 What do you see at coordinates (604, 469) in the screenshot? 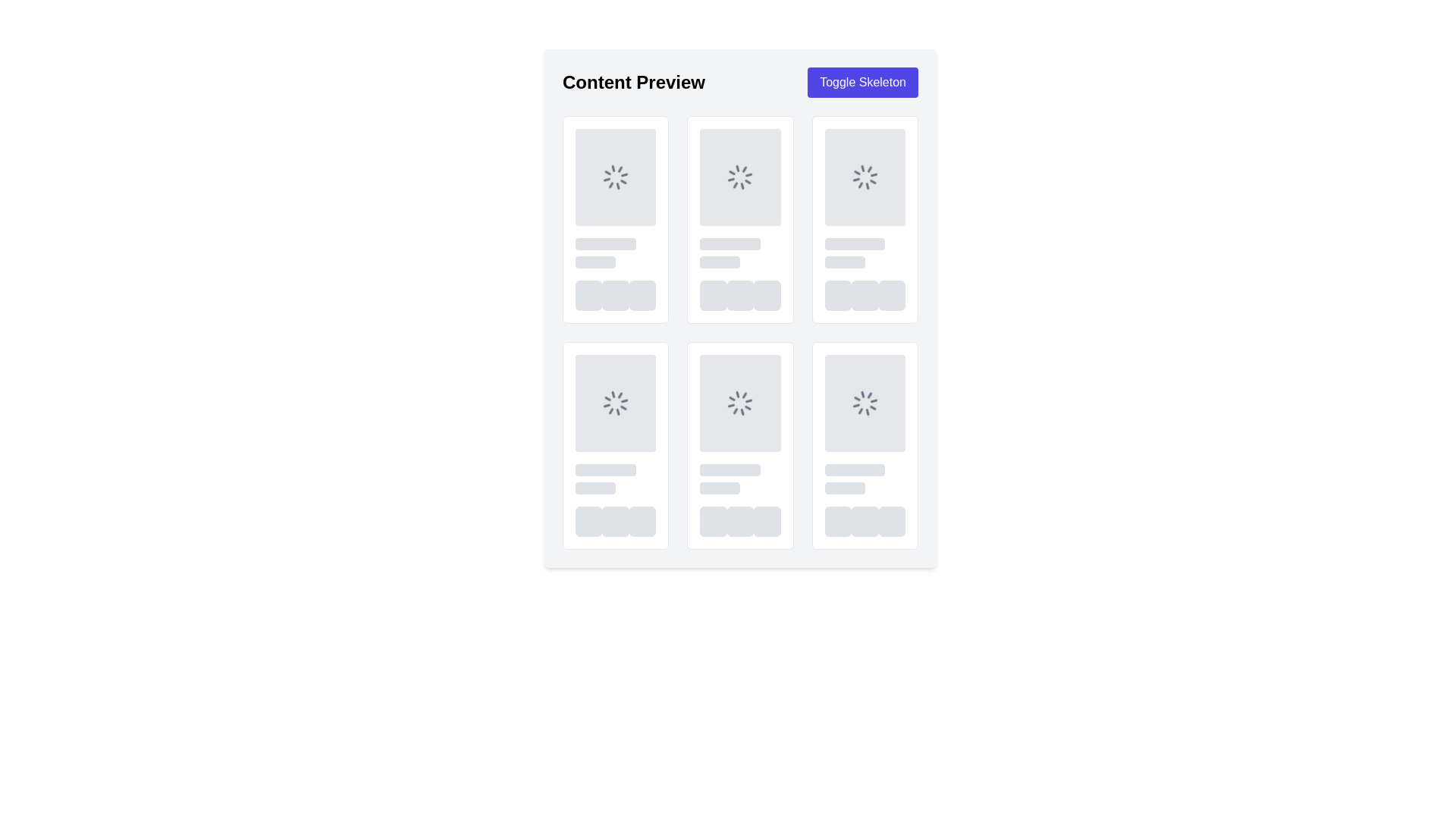
I see `the gray, rectangular Loading Placeholder element with rounded edges that is pulsating, located in the second group of placeholder elements in the second row of a grid layout` at bounding box center [604, 469].